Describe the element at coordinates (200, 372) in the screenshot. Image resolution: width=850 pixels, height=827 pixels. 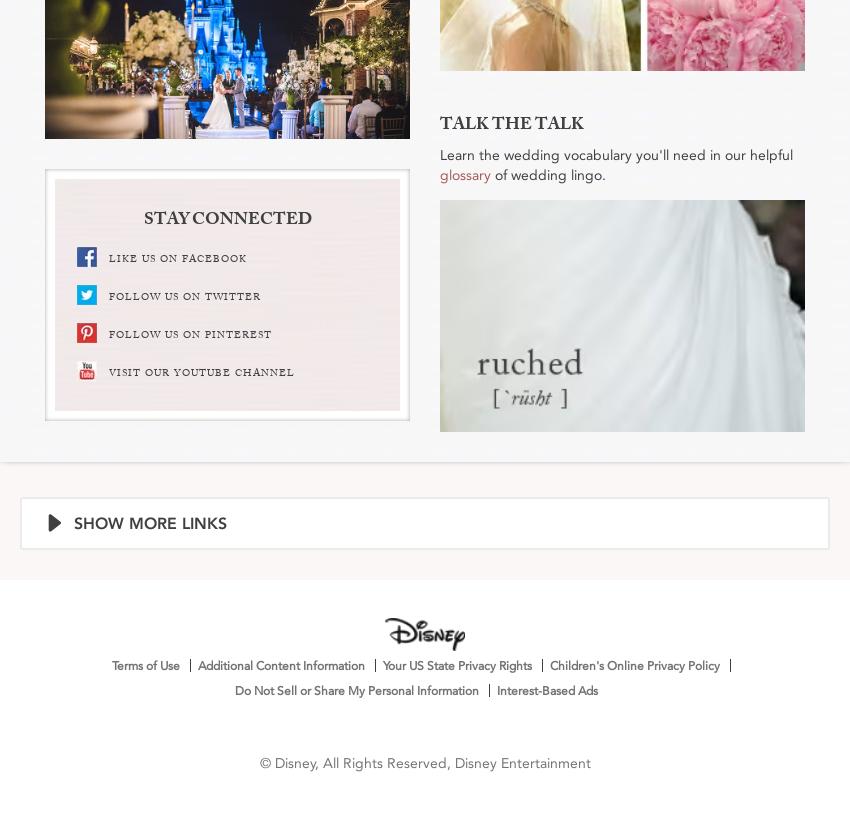
I see `'VISIT OUR YOUTUBE CHANNEL'` at that location.